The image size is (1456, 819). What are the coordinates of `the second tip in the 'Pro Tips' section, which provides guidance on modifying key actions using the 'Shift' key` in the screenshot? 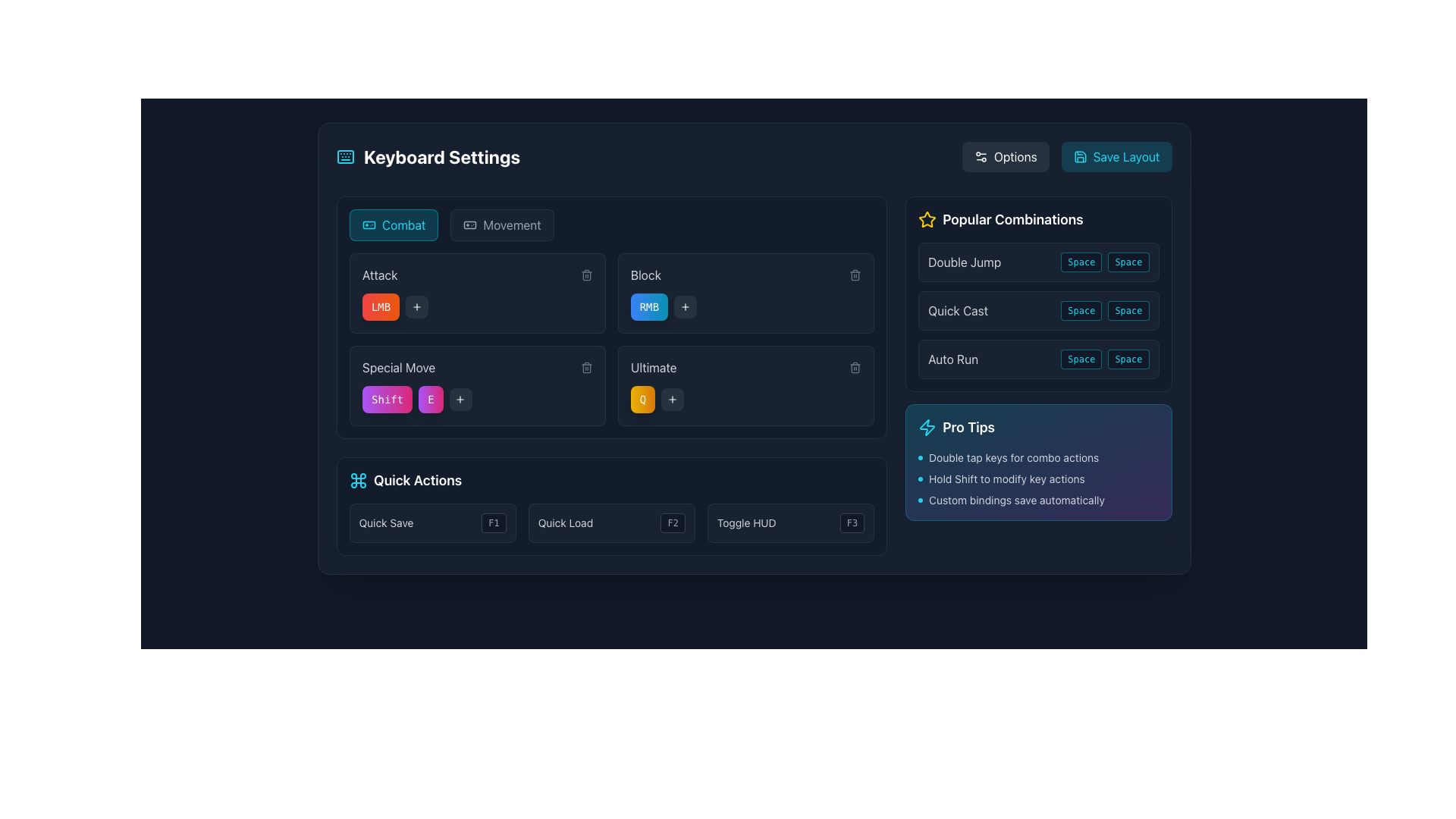 It's located at (1037, 479).